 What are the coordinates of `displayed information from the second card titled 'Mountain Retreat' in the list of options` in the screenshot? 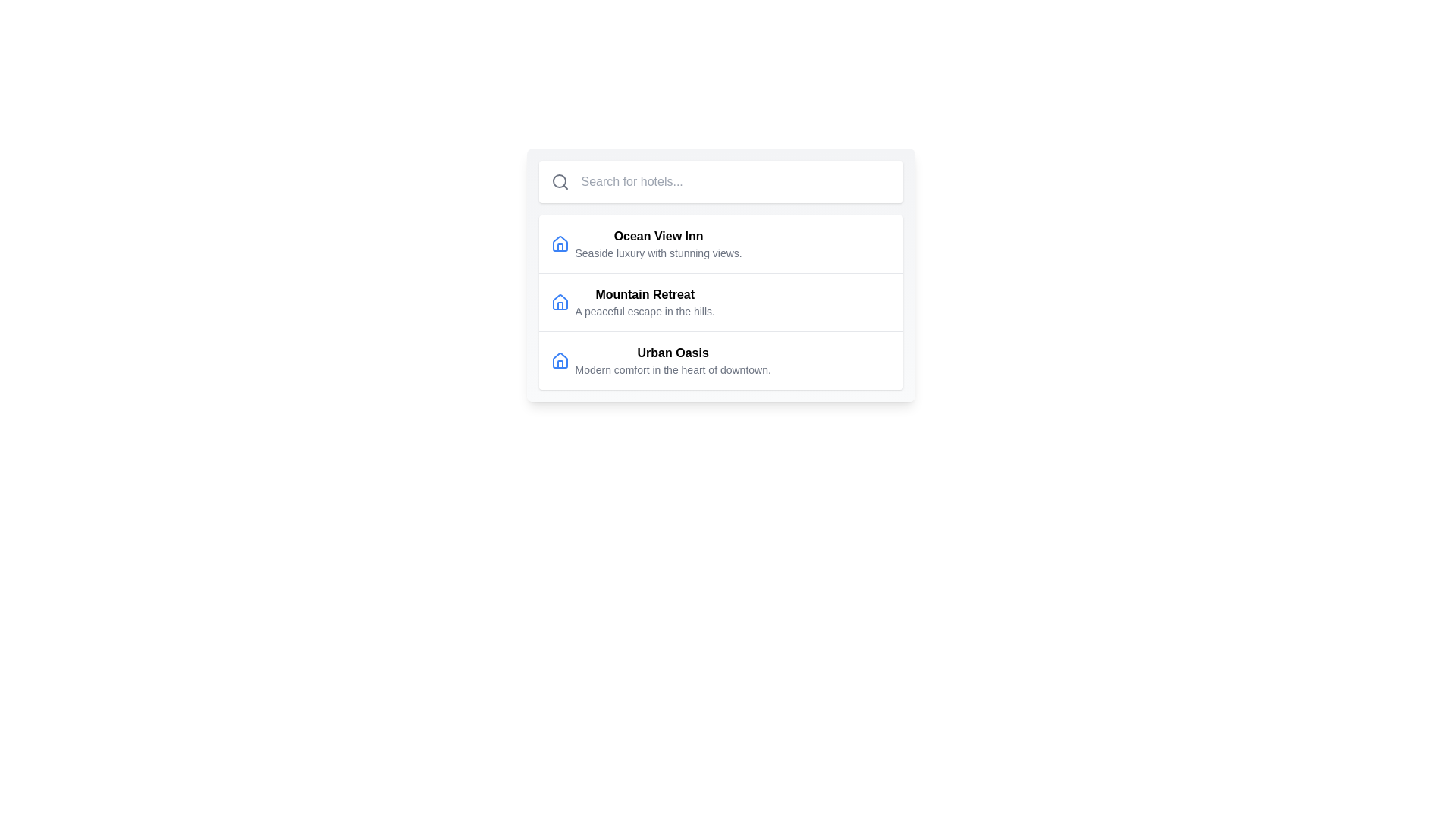 It's located at (720, 275).